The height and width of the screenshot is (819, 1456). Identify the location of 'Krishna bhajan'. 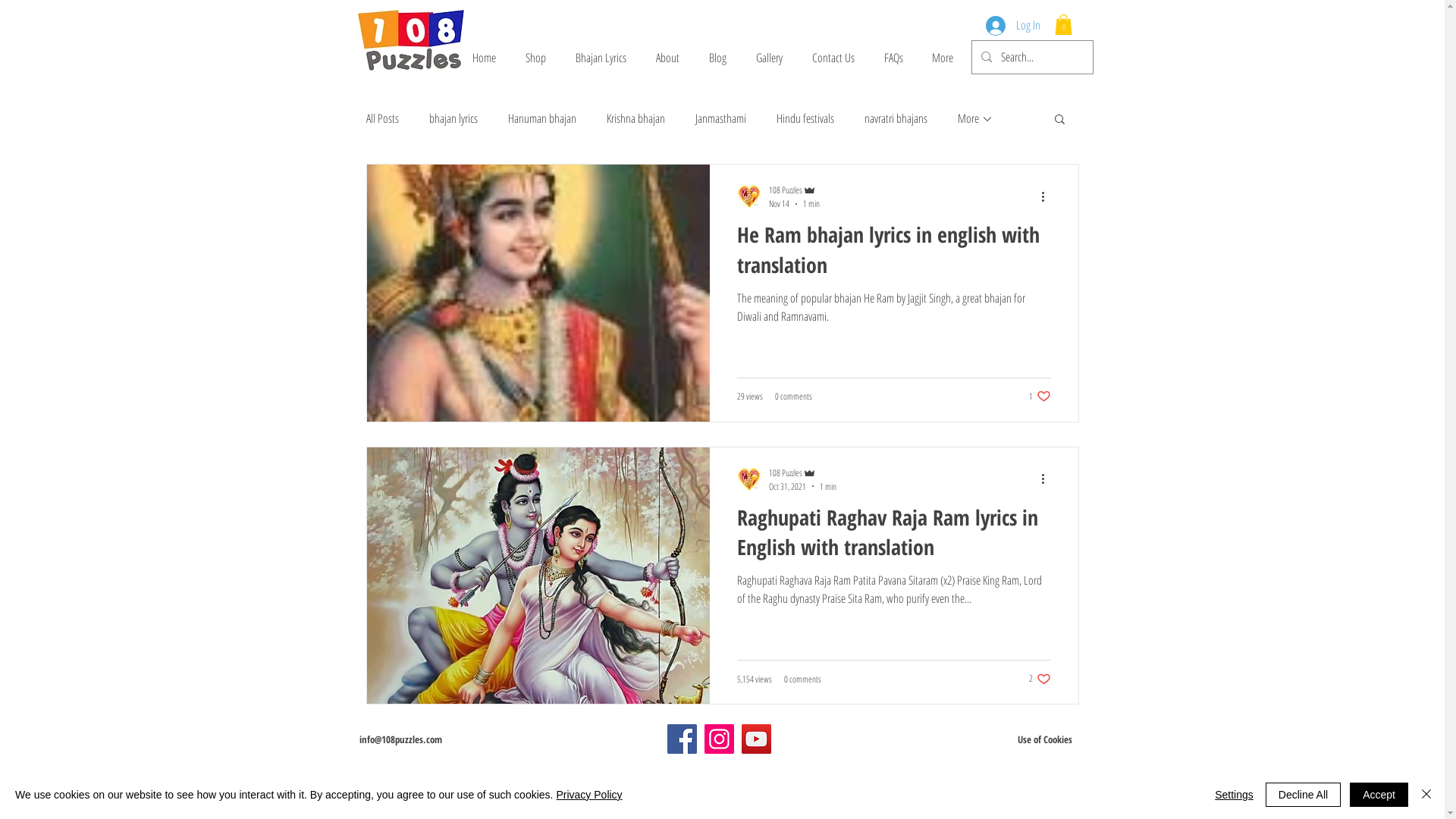
(635, 117).